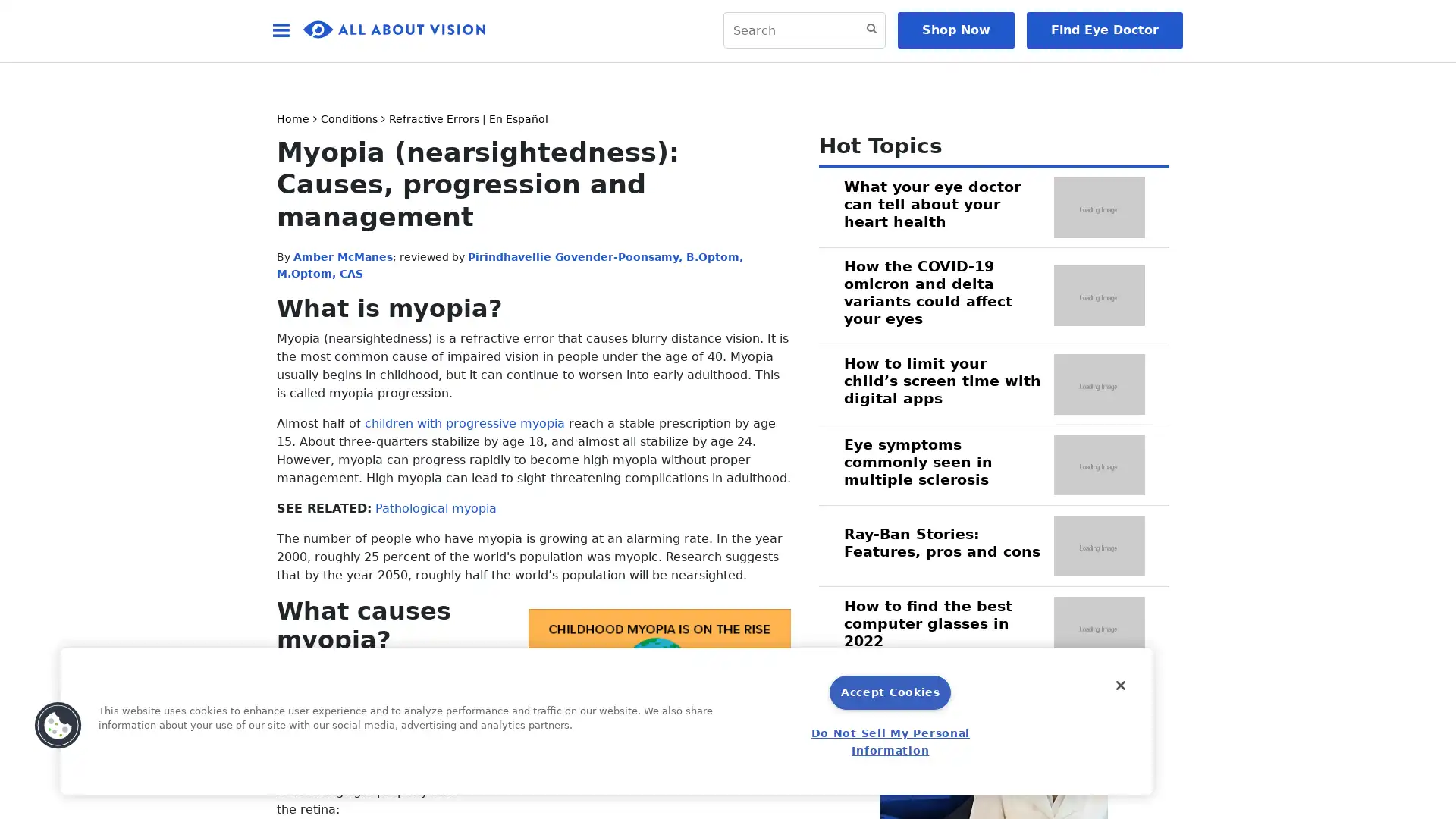 The image size is (1456, 819). What do you see at coordinates (938, 781) in the screenshot?
I see `Book Now!` at bounding box center [938, 781].